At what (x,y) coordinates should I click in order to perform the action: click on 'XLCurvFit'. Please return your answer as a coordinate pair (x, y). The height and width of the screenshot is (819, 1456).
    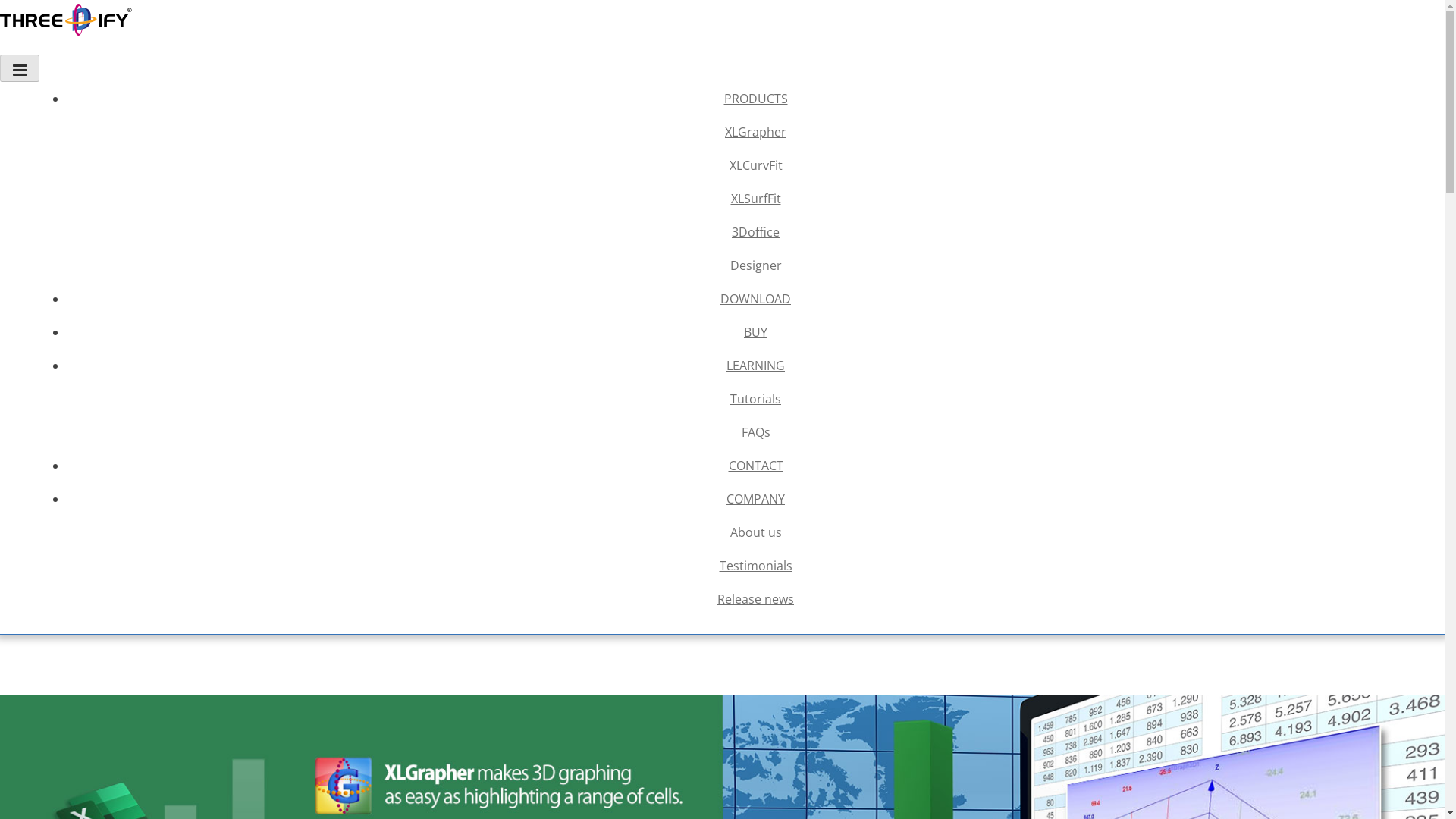
    Looking at the image, I should click on (755, 165).